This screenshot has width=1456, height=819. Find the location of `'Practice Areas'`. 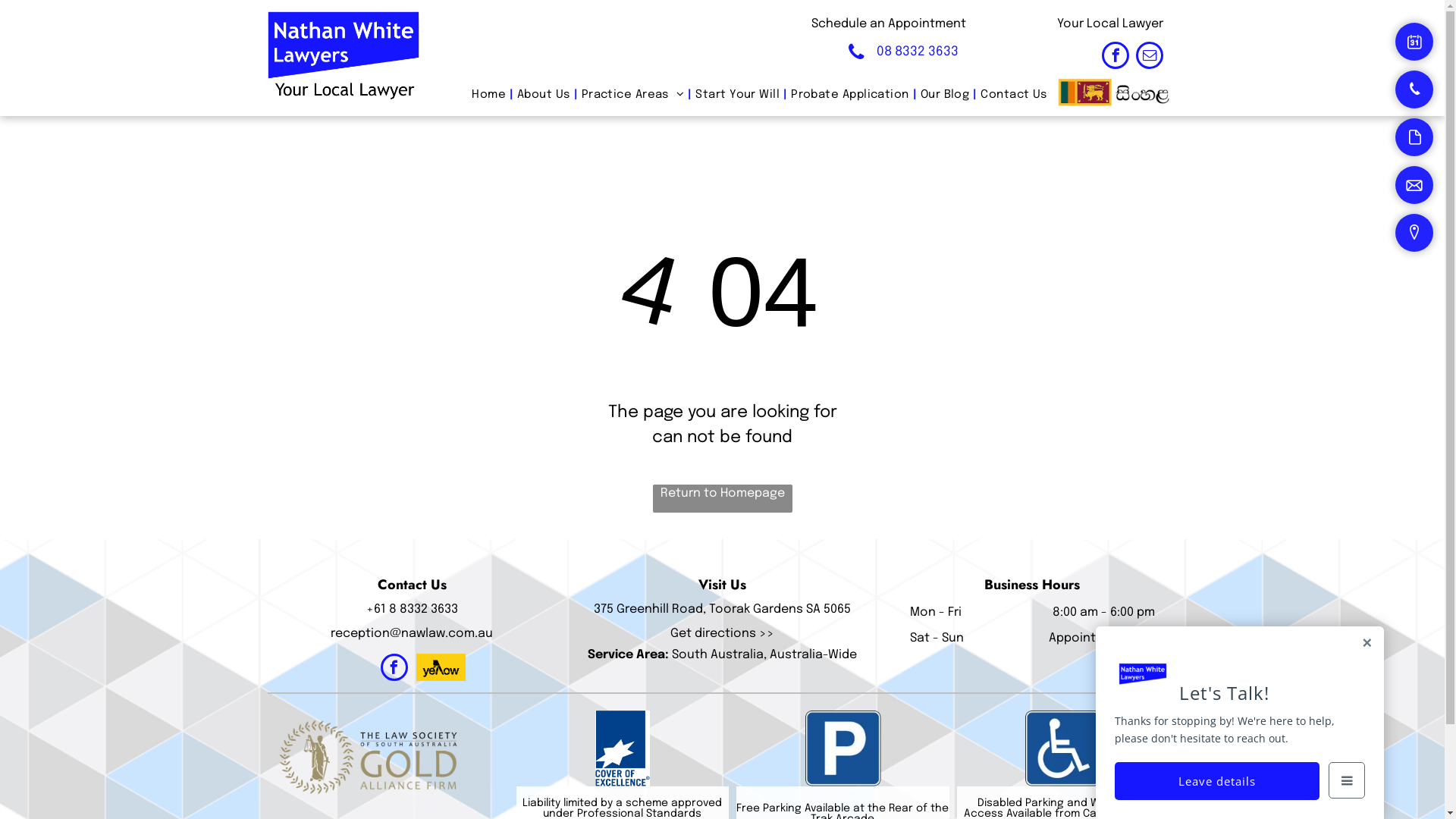

'Practice Areas' is located at coordinates (633, 95).